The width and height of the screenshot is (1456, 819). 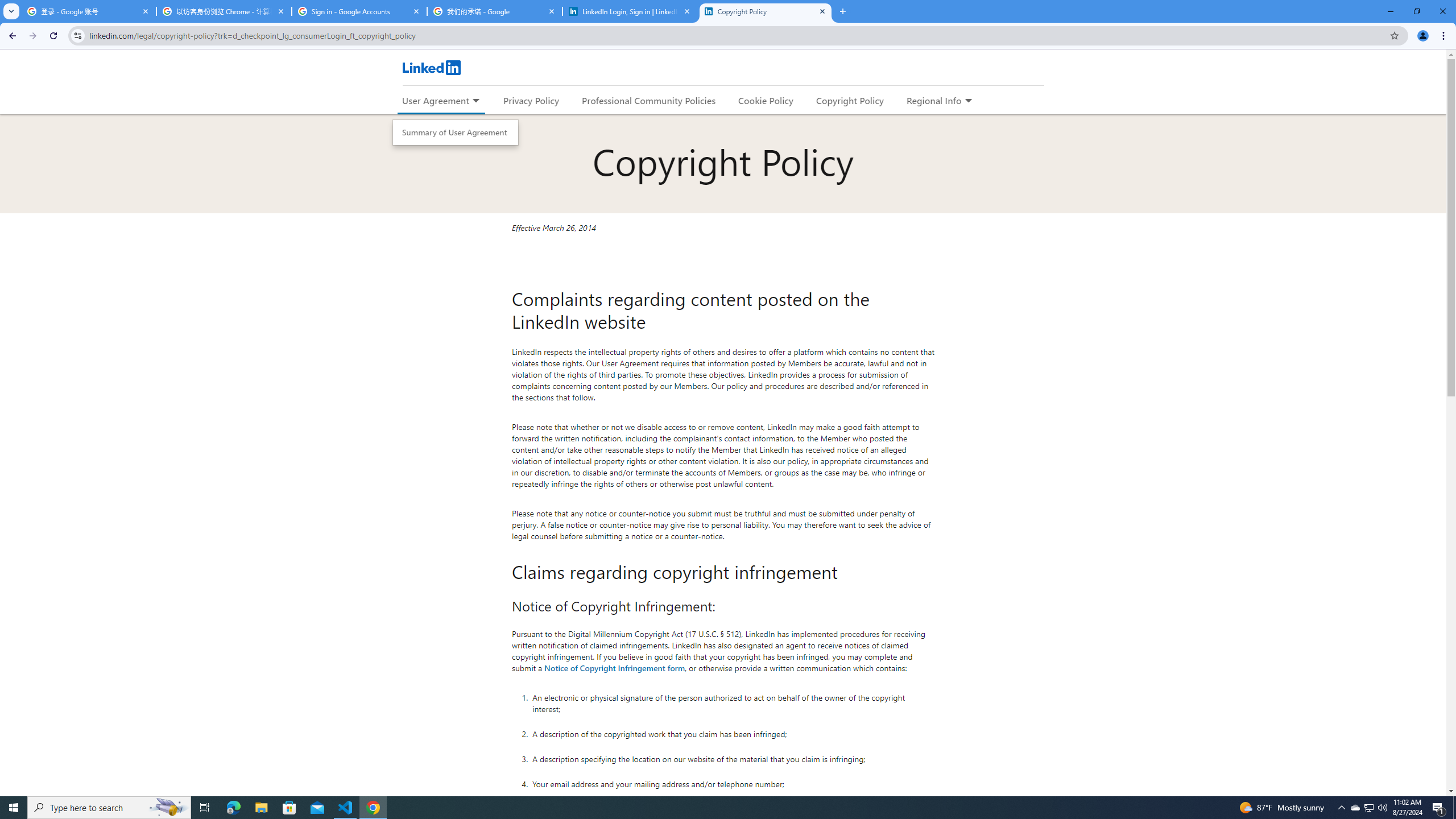 What do you see at coordinates (359, 11) in the screenshot?
I see `'Sign in - Google Accounts'` at bounding box center [359, 11].